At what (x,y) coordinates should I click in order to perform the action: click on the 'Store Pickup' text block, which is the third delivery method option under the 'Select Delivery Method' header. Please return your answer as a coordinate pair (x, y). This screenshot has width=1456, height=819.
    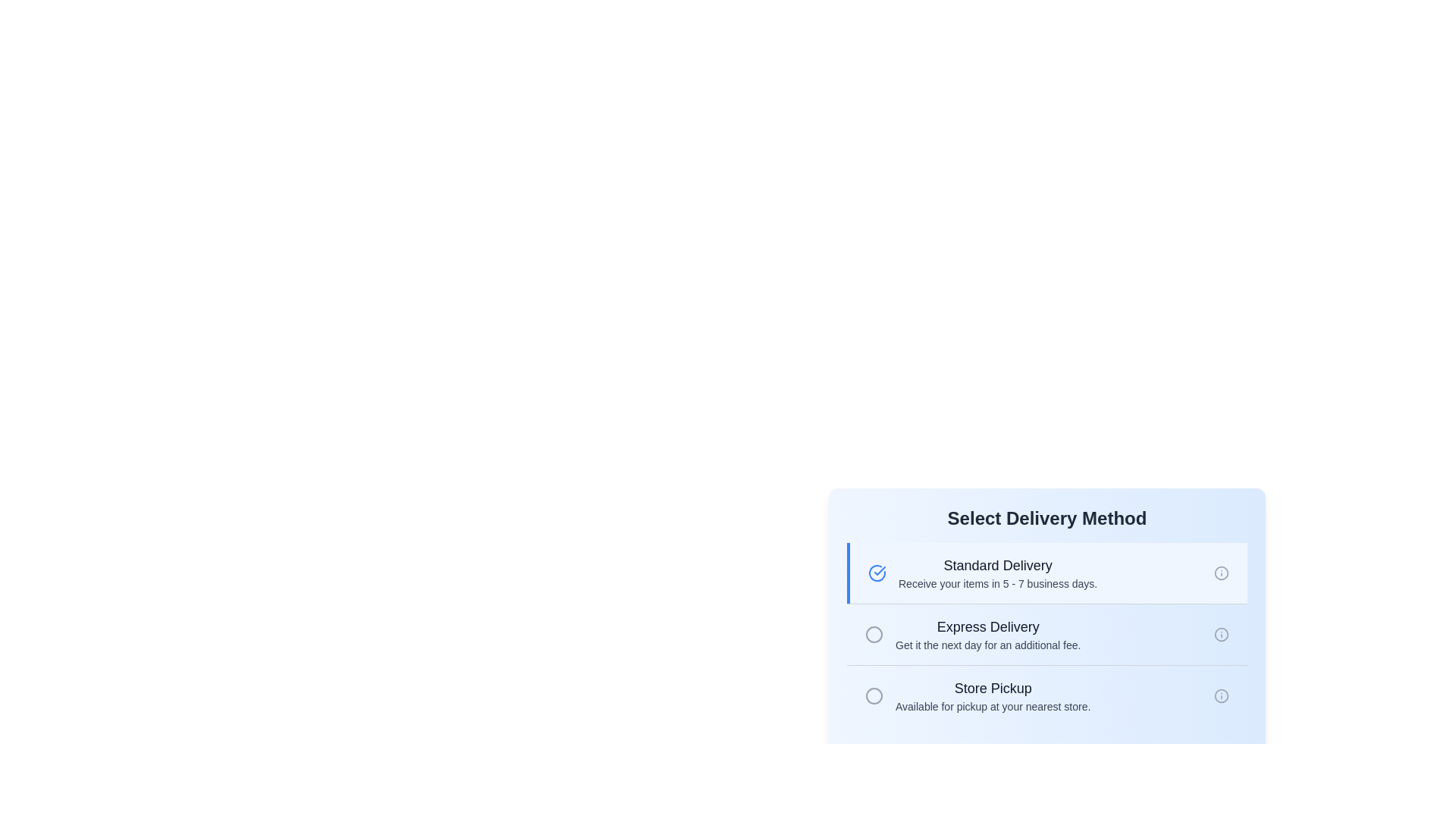
    Looking at the image, I should click on (993, 696).